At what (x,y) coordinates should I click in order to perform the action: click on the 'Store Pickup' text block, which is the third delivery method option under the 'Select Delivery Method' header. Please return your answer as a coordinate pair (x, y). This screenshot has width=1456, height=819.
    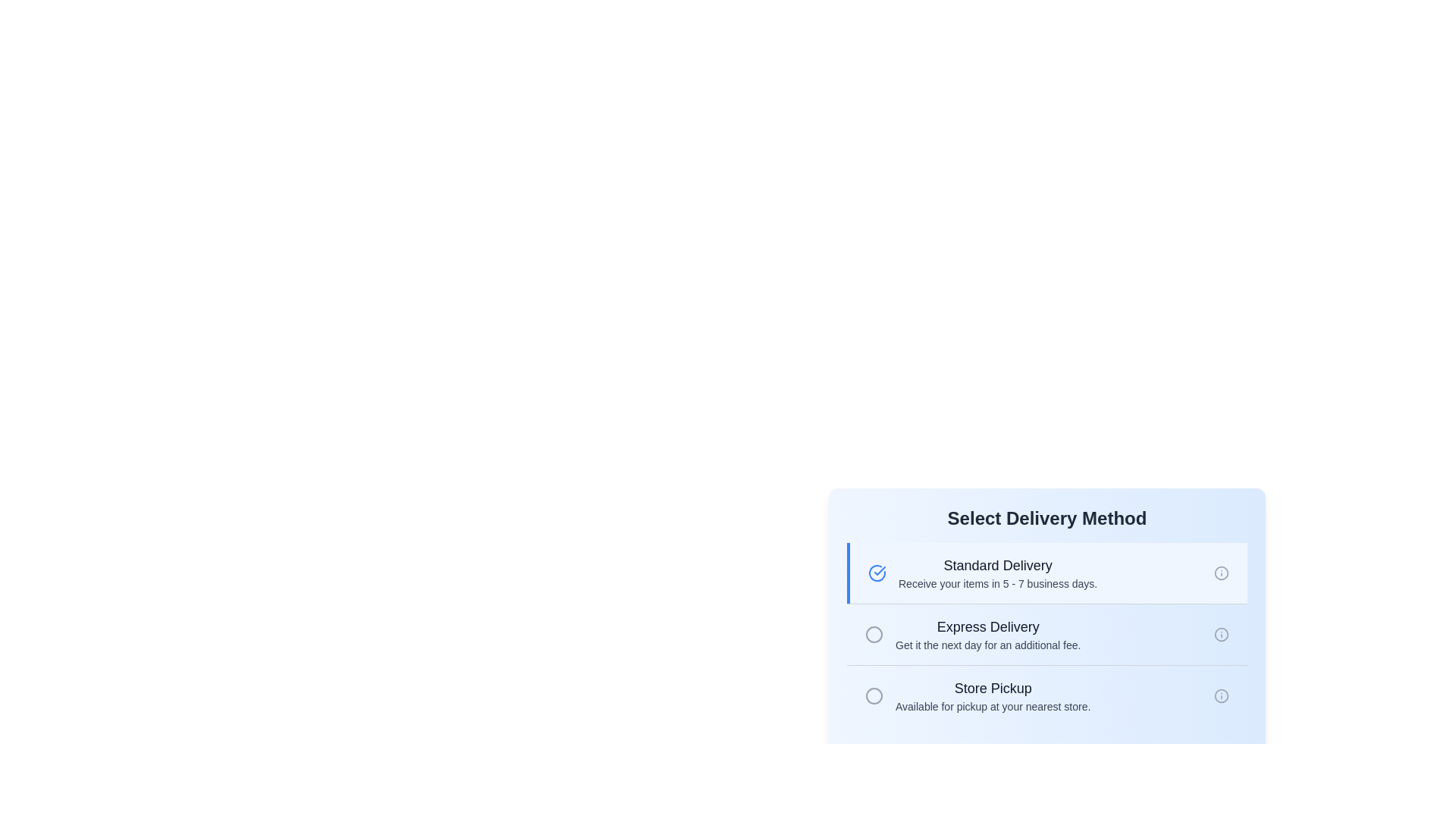
    Looking at the image, I should click on (993, 696).